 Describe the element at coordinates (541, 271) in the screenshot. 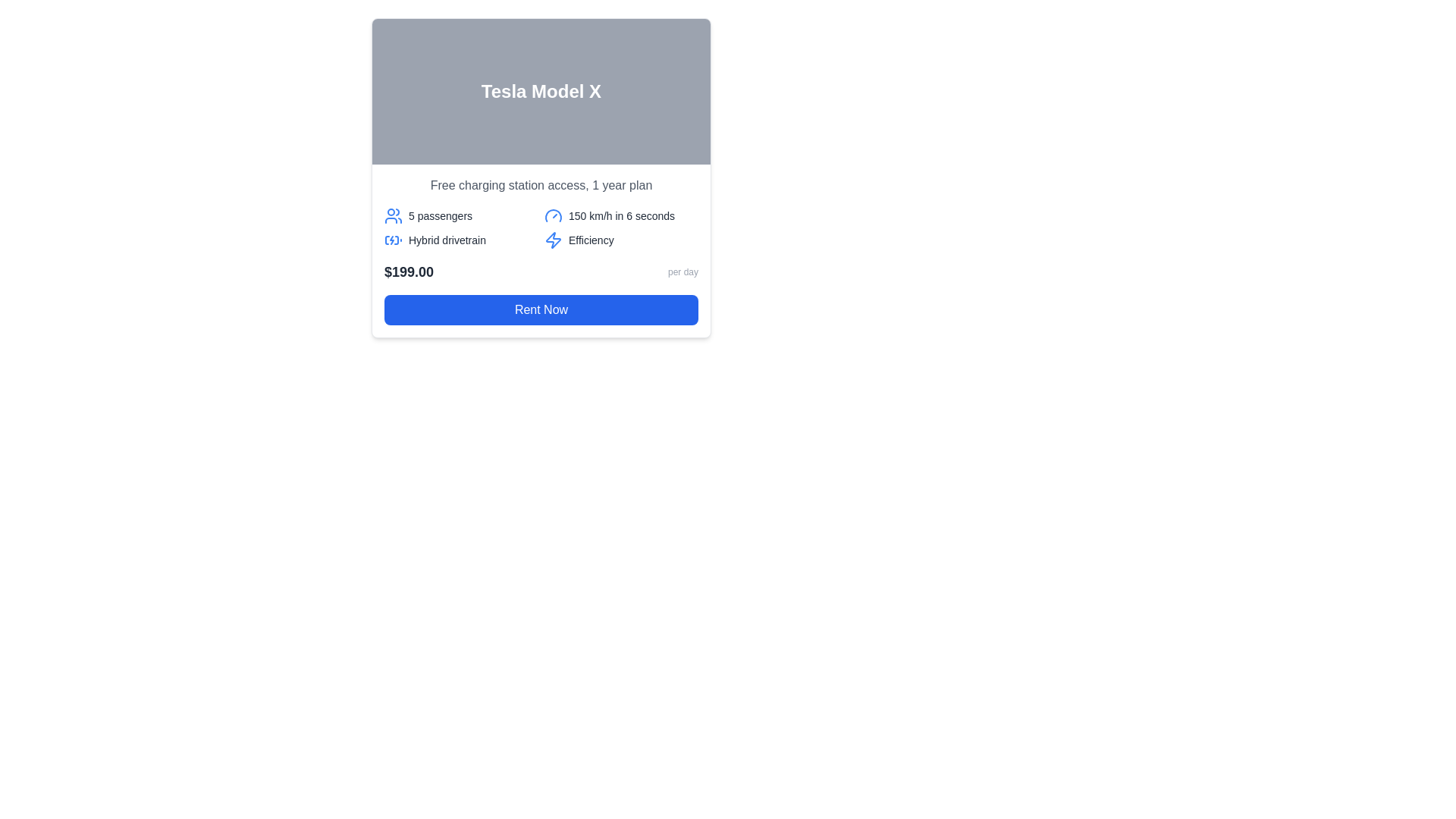

I see `the pricing information display element, which presents the daily rental cost of the vehicle and is positioned above the 'Rent Now' button` at that location.